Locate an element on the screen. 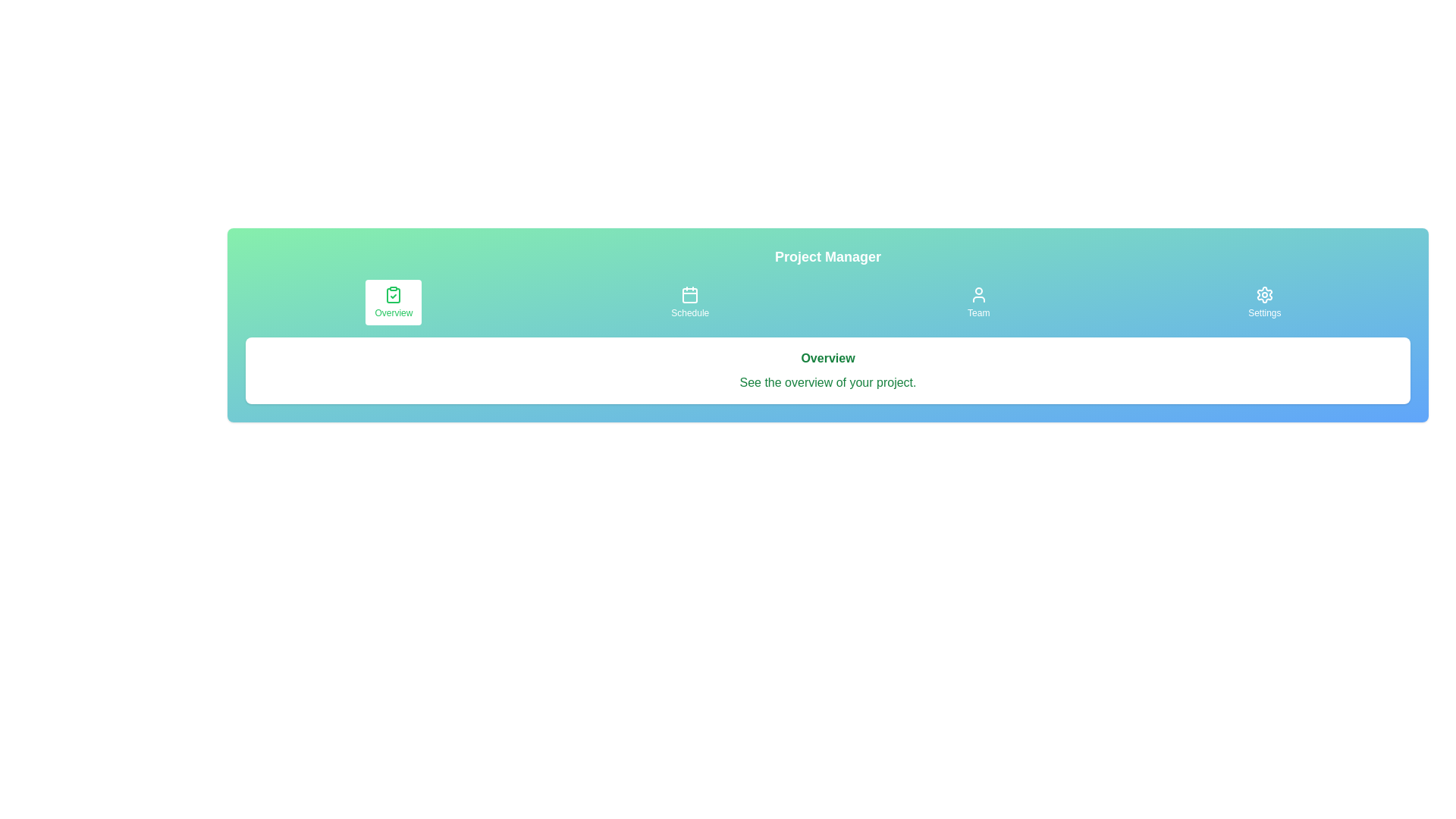 This screenshot has width=1456, height=819. the label that describes the navigation button located below a calendar icon at the upper area of the interface is located at coordinates (689, 312).